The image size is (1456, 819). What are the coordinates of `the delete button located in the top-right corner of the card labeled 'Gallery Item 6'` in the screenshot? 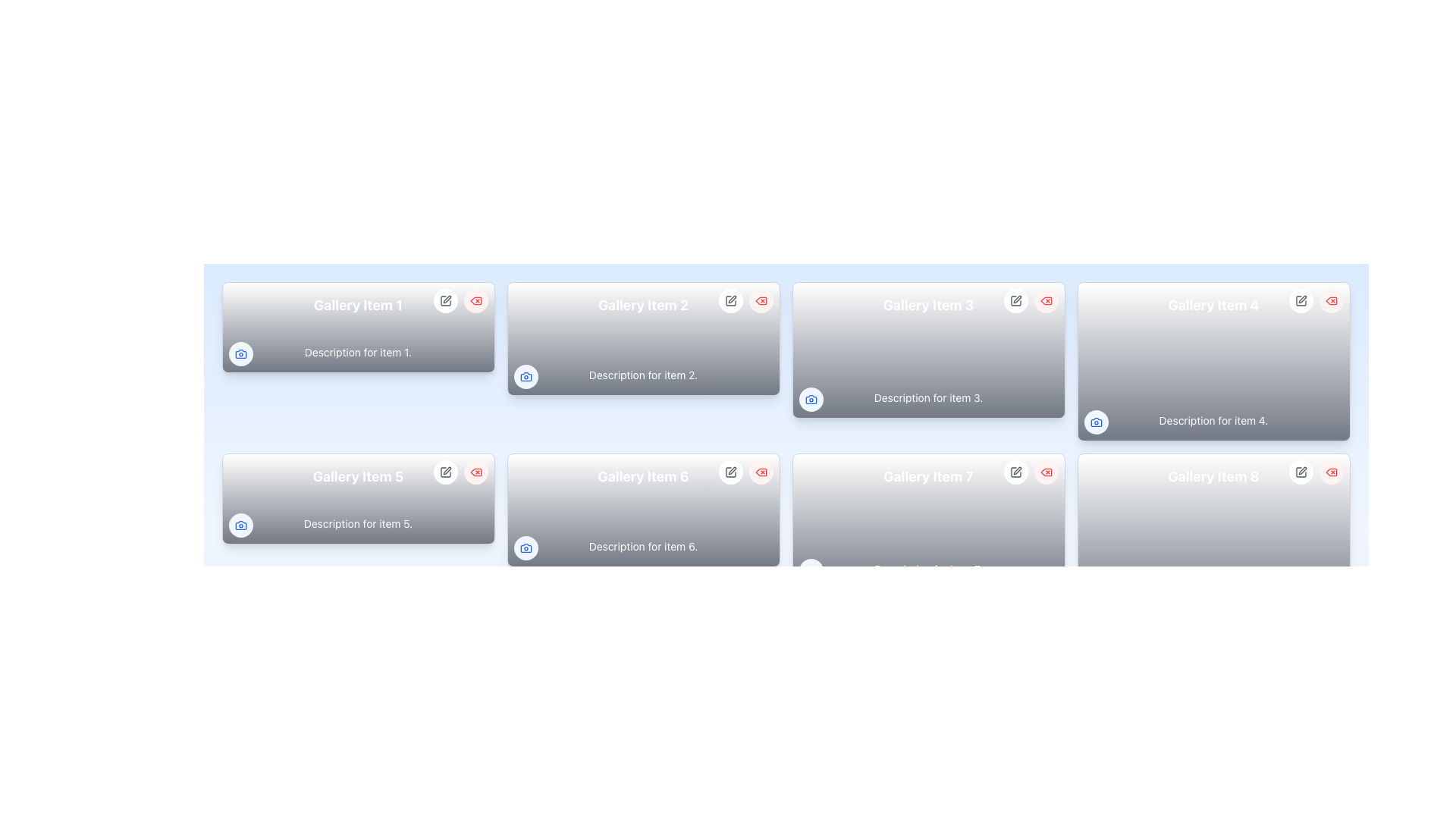 It's located at (761, 472).